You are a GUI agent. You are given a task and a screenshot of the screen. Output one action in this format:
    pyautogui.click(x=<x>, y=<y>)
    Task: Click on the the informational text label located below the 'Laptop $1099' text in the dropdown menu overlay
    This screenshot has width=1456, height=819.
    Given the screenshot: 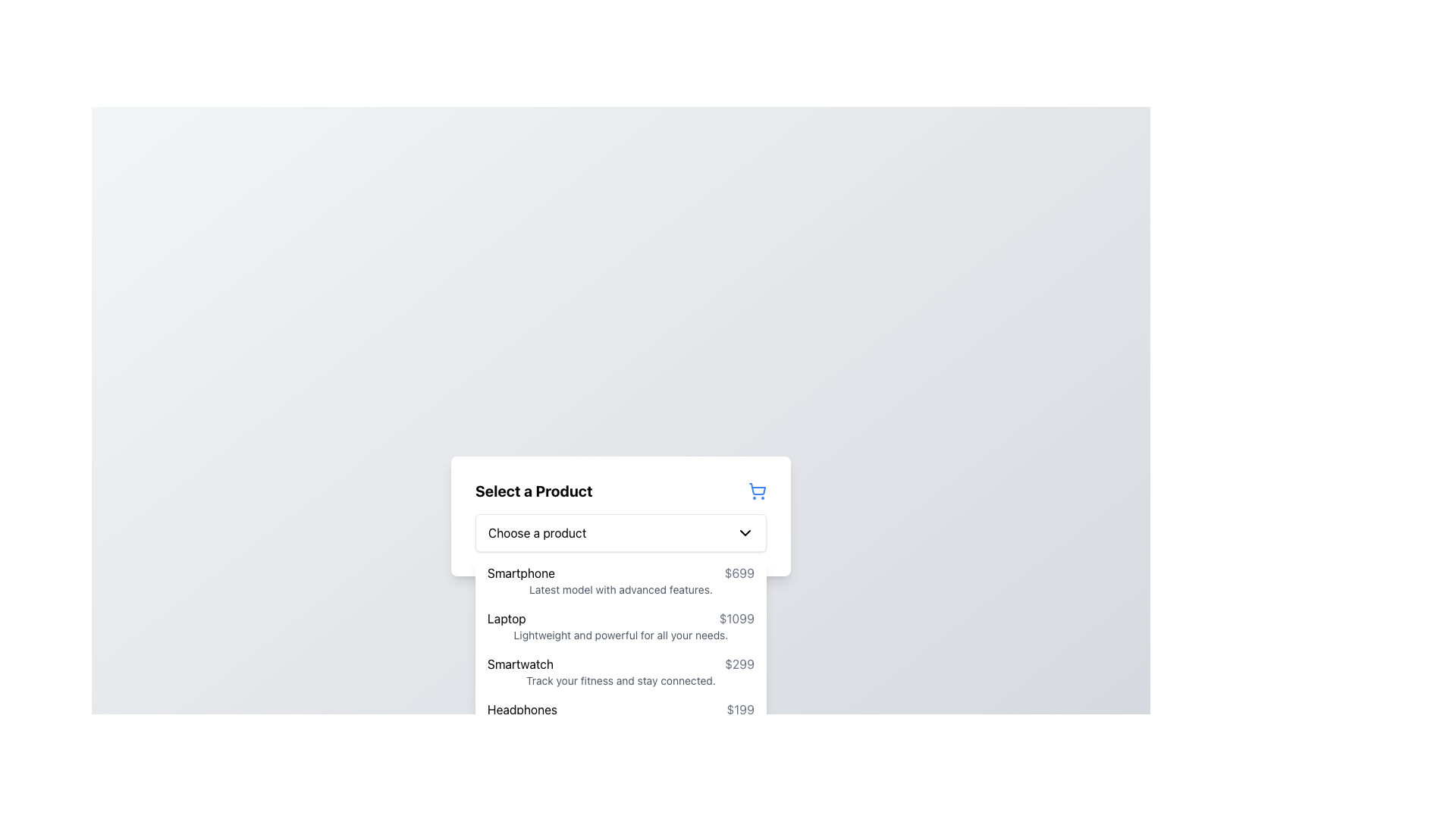 What is the action you would take?
    pyautogui.click(x=621, y=635)
    